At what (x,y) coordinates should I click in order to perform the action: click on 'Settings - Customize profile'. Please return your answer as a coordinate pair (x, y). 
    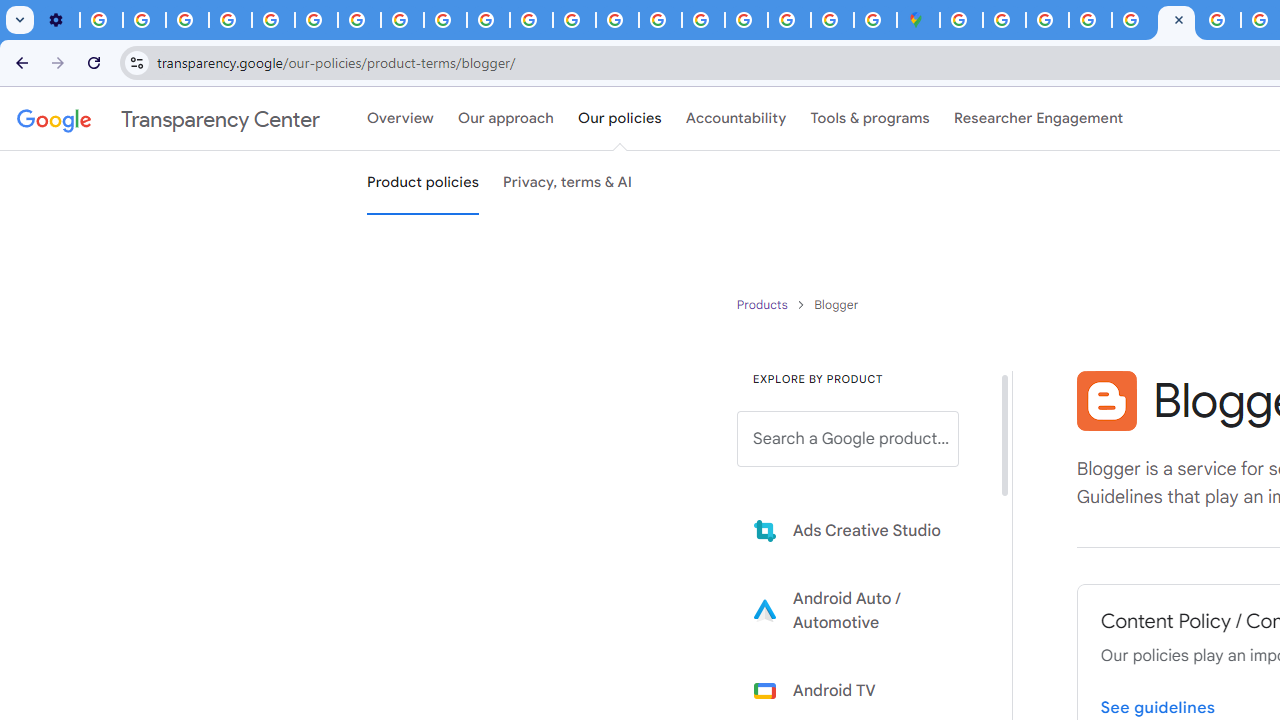
    Looking at the image, I should click on (58, 20).